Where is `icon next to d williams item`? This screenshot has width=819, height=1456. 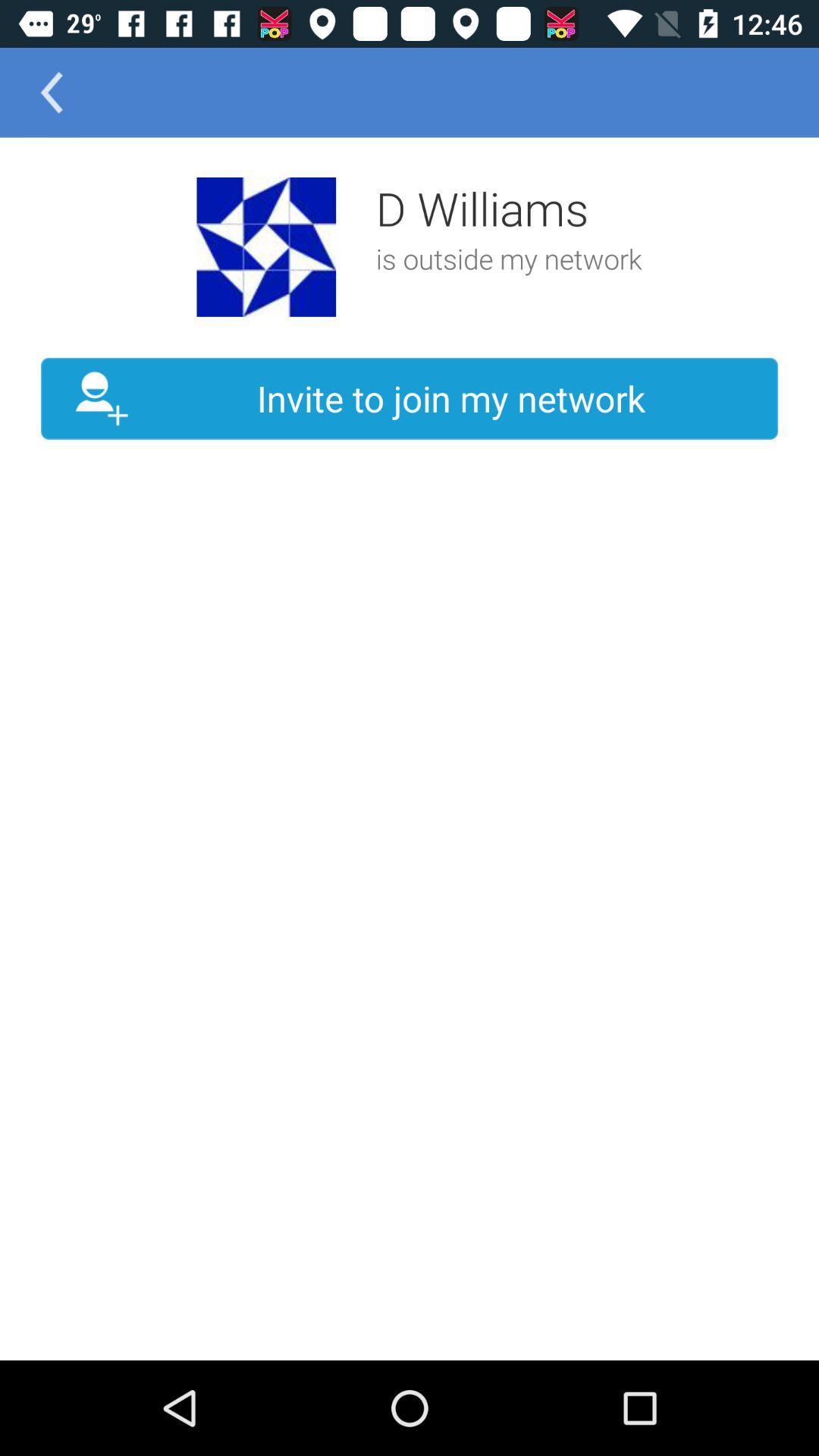
icon next to d williams item is located at coordinates (265, 246).